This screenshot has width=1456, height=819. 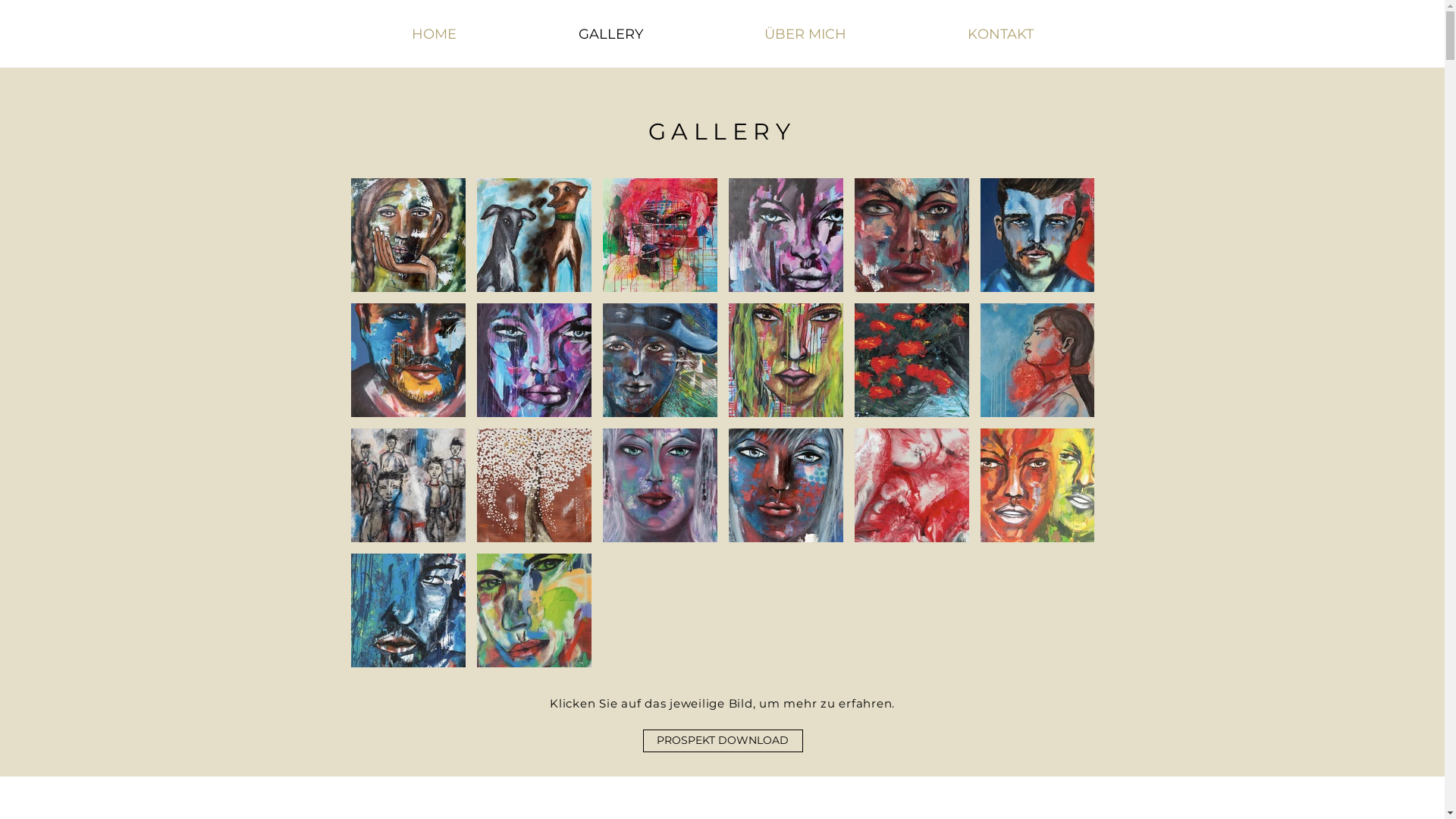 What do you see at coordinates (1000, 34) in the screenshot?
I see `'KONTAKT'` at bounding box center [1000, 34].